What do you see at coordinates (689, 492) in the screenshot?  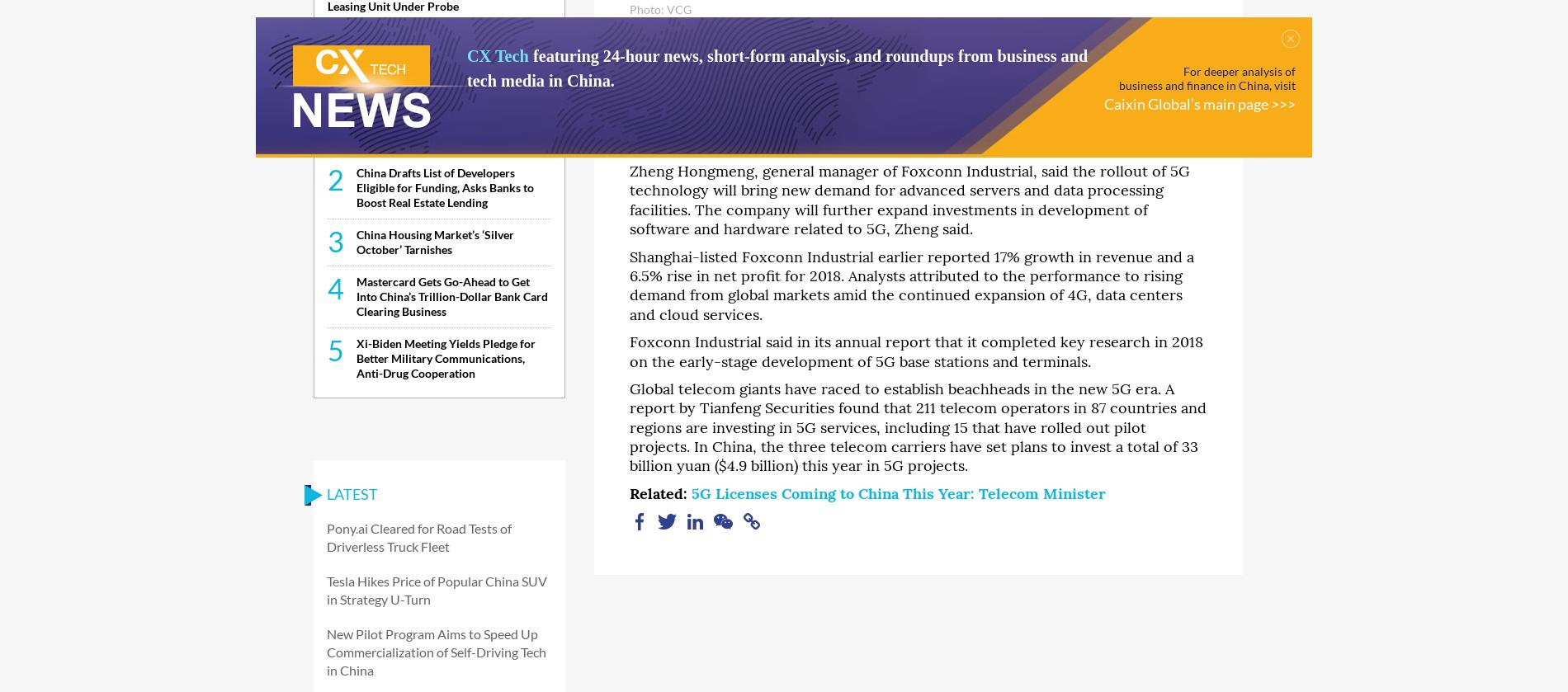 I see `'5G Licenses Coming to China This Year: Telecom Minister'` at bounding box center [689, 492].